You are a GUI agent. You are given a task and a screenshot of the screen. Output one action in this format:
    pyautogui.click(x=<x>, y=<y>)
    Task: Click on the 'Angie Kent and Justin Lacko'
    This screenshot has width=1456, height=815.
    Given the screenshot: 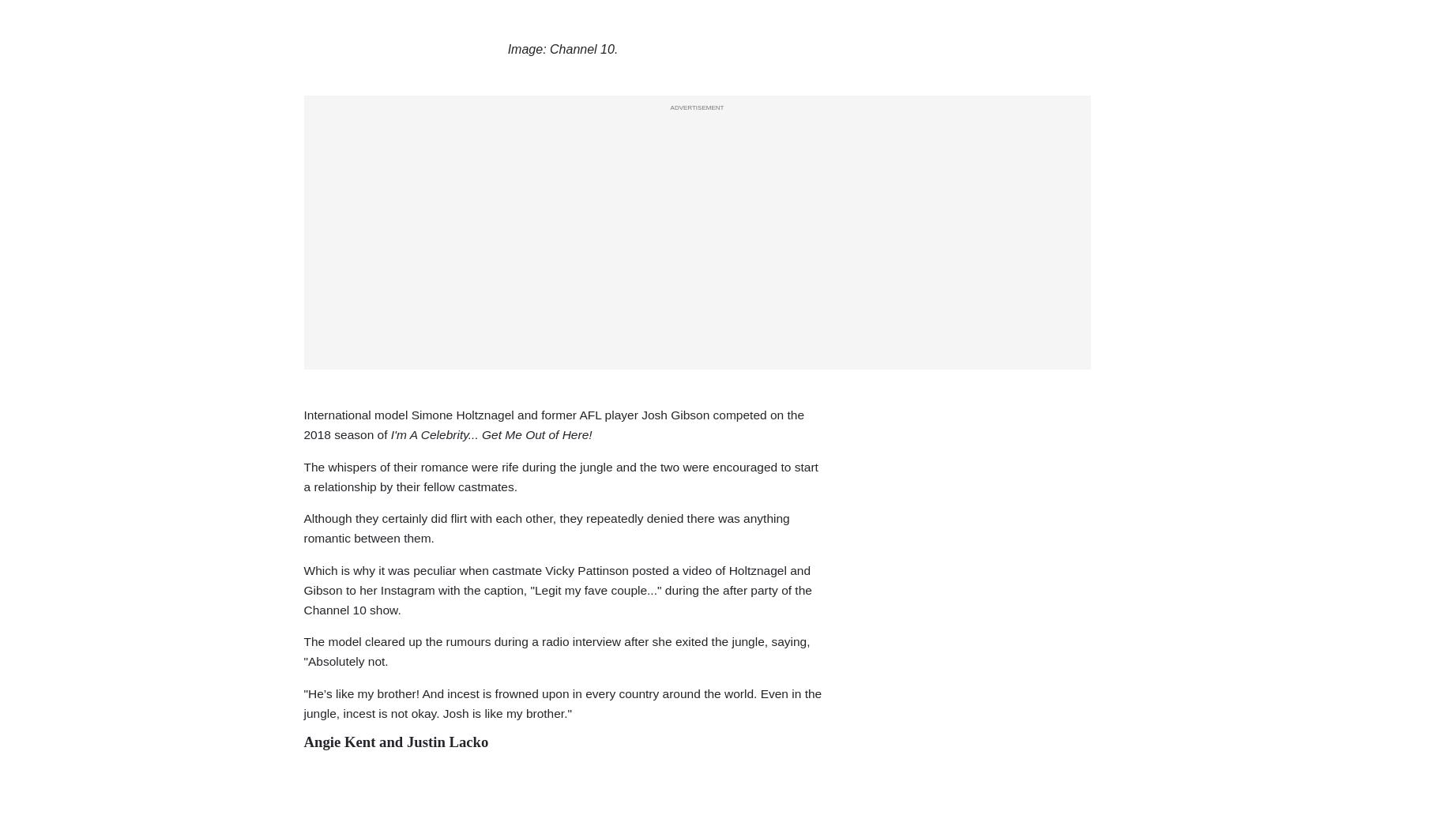 What is the action you would take?
    pyautogui.click(x=395, y=740)
    